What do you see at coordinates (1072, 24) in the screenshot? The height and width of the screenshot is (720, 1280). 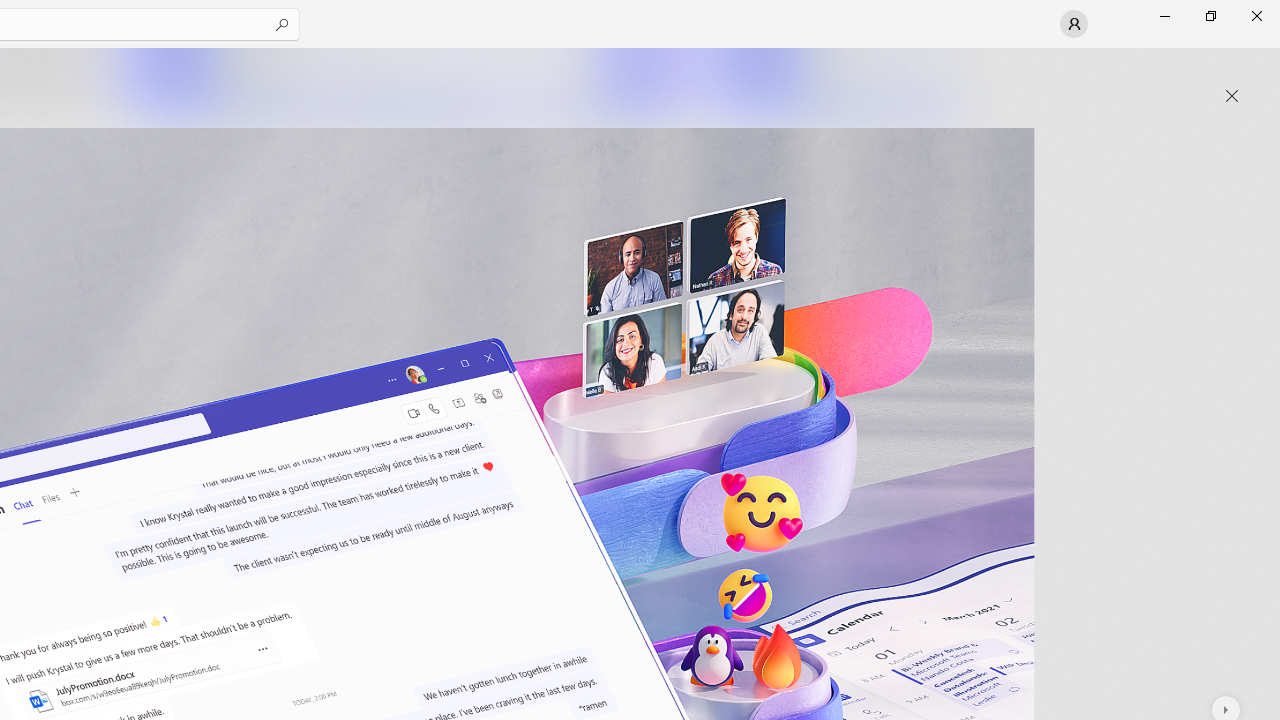 I see `'User profile'` at bounding box center [1072, 24].